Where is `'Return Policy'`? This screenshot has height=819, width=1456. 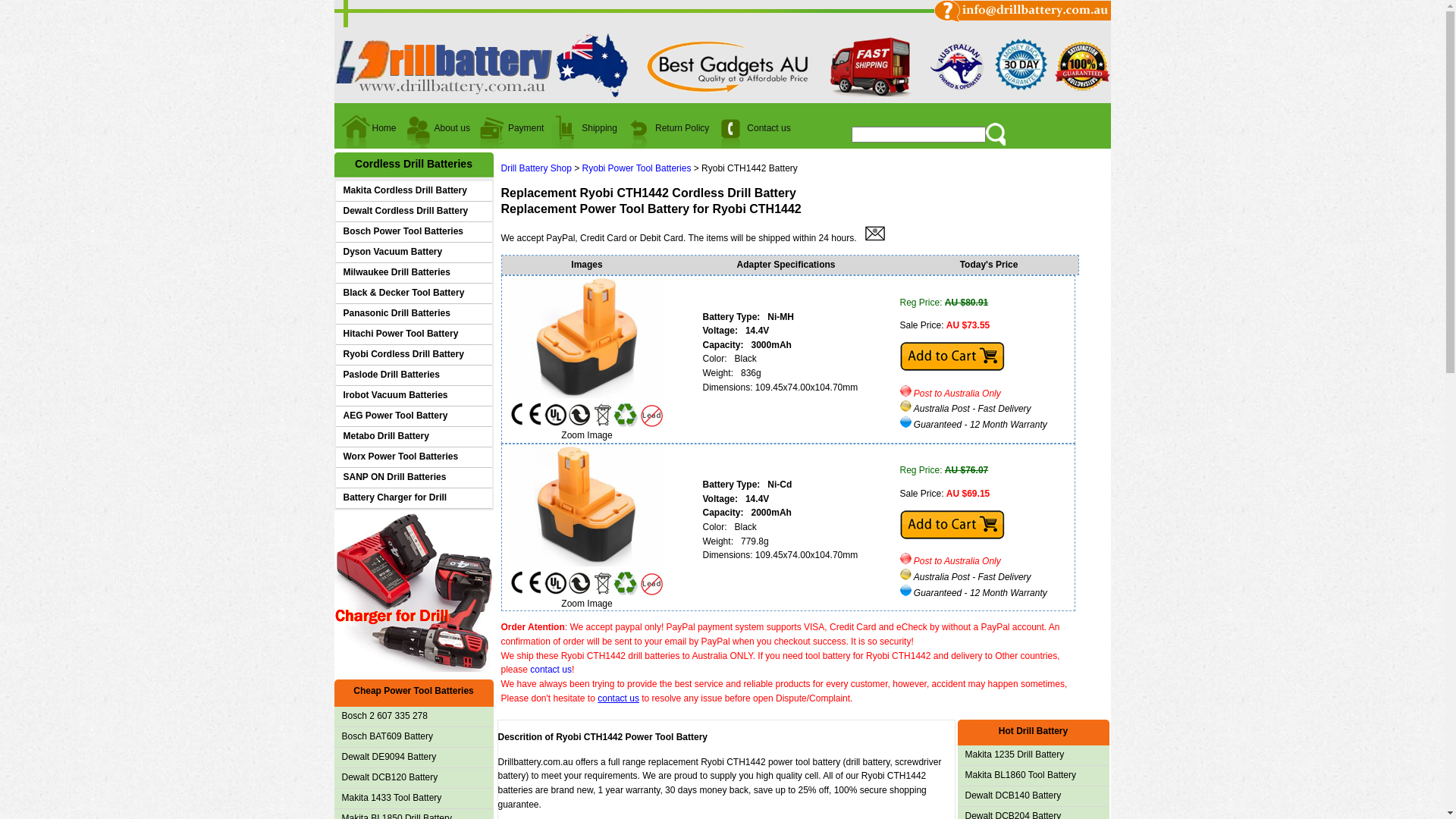 'Return Policy' is located at coordinates (667, 133).